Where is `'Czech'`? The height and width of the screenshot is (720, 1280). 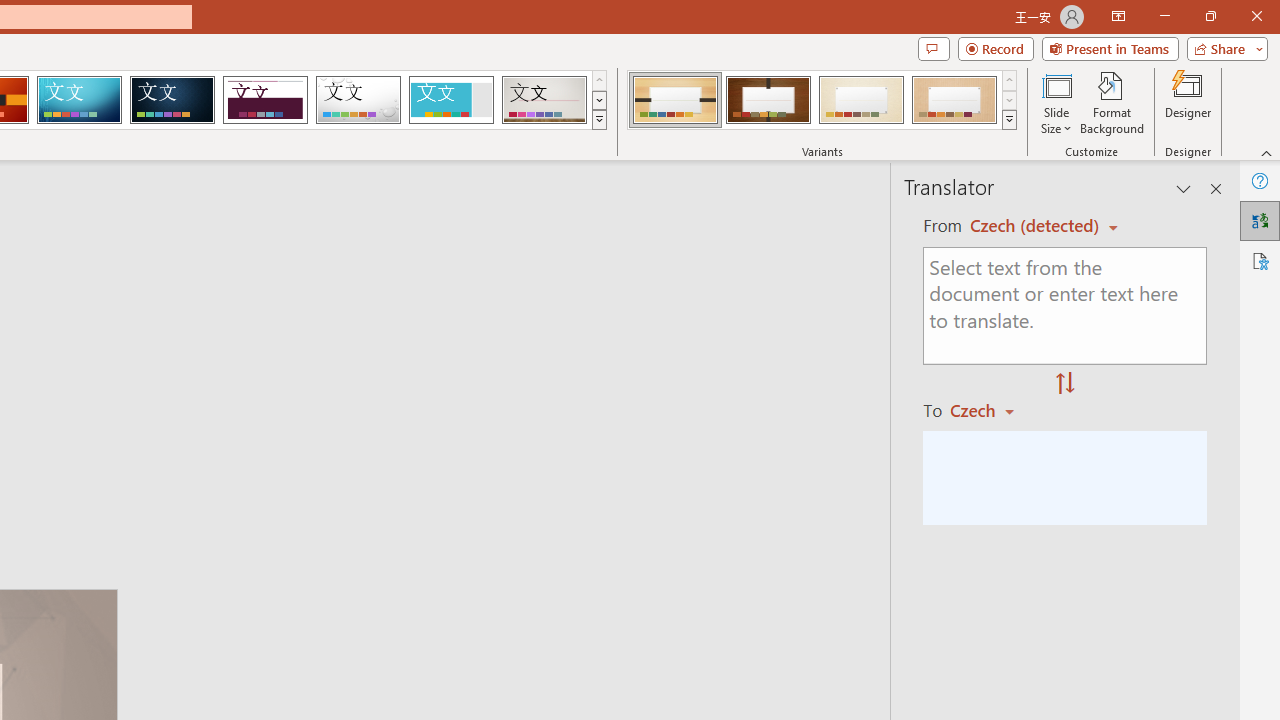
'Czech' is located at coordinates (991, 409).